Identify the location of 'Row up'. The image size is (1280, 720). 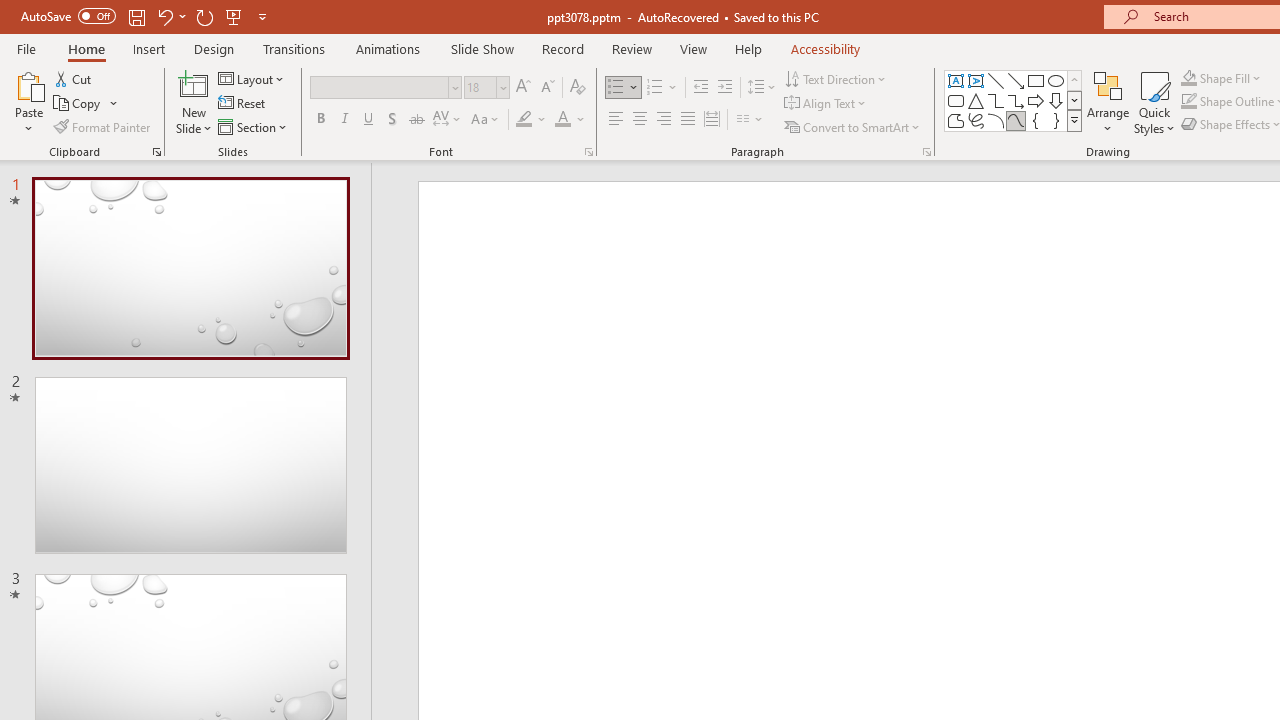
(1073, 79).